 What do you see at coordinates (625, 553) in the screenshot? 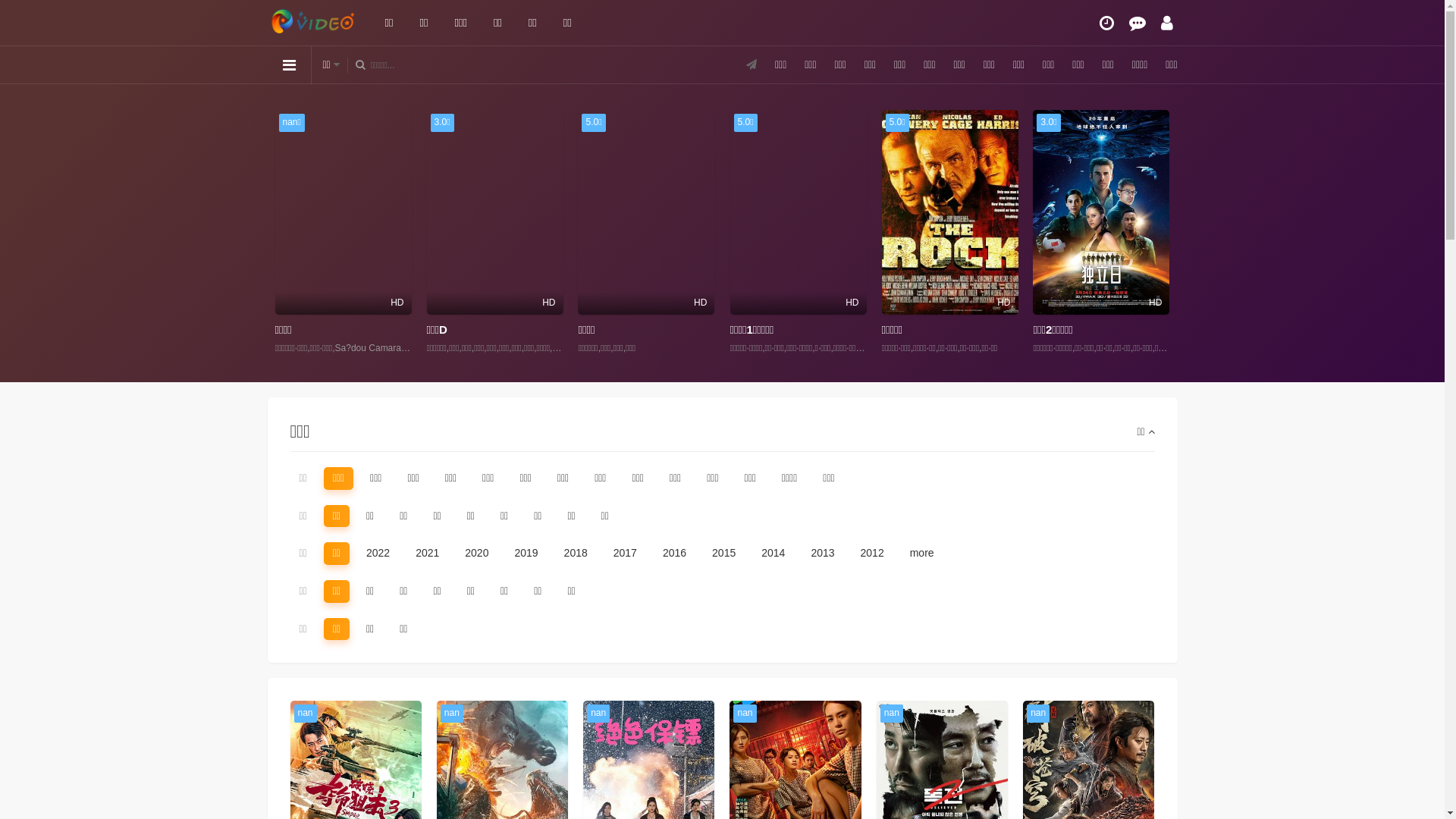
I see `'2017'` at bounding box center [625, 553].